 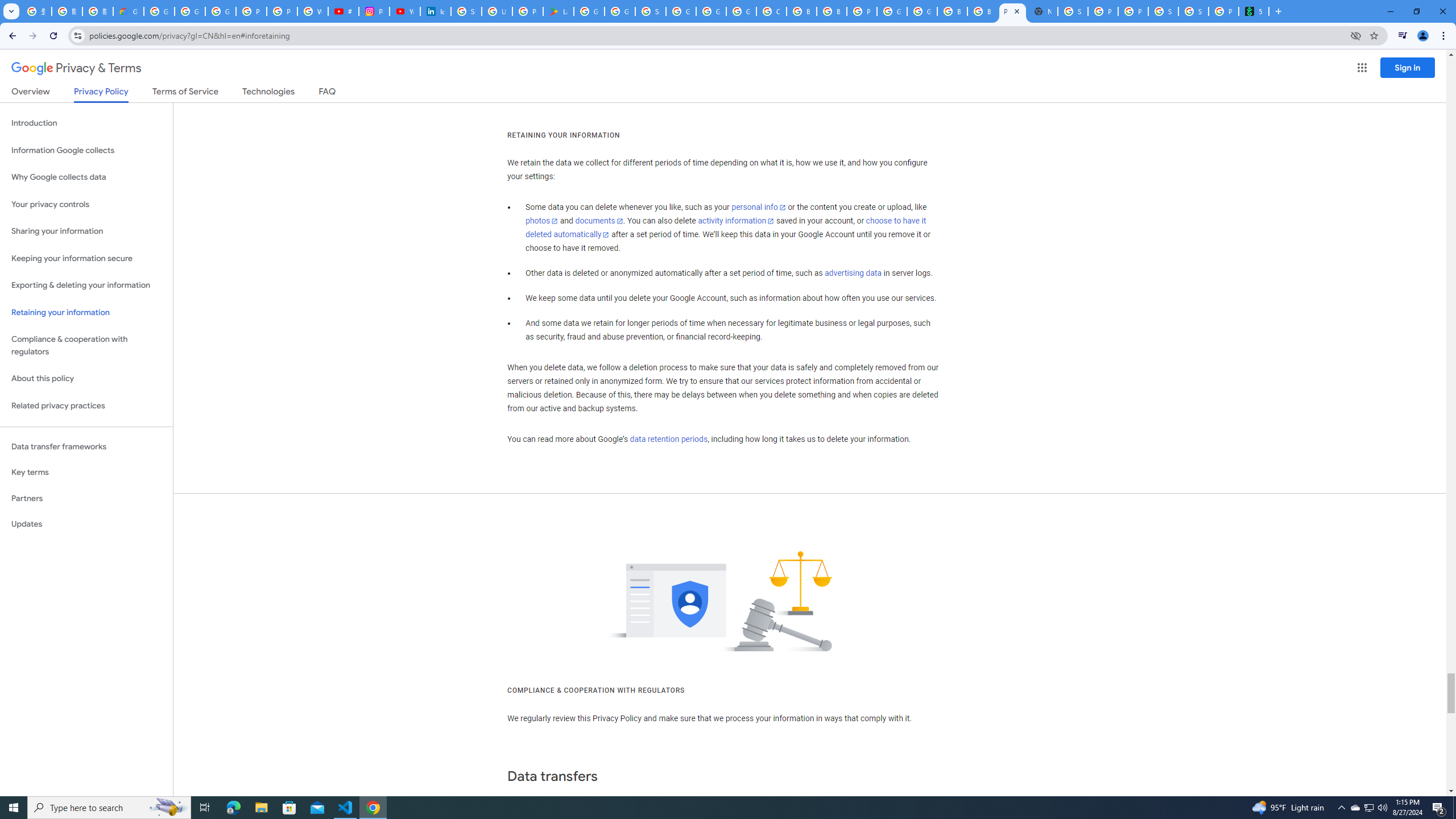 What do you see at coordinates (185, 93) in the screenshot?
I see `'Terms of Service'` at bounding box center [185, 93].